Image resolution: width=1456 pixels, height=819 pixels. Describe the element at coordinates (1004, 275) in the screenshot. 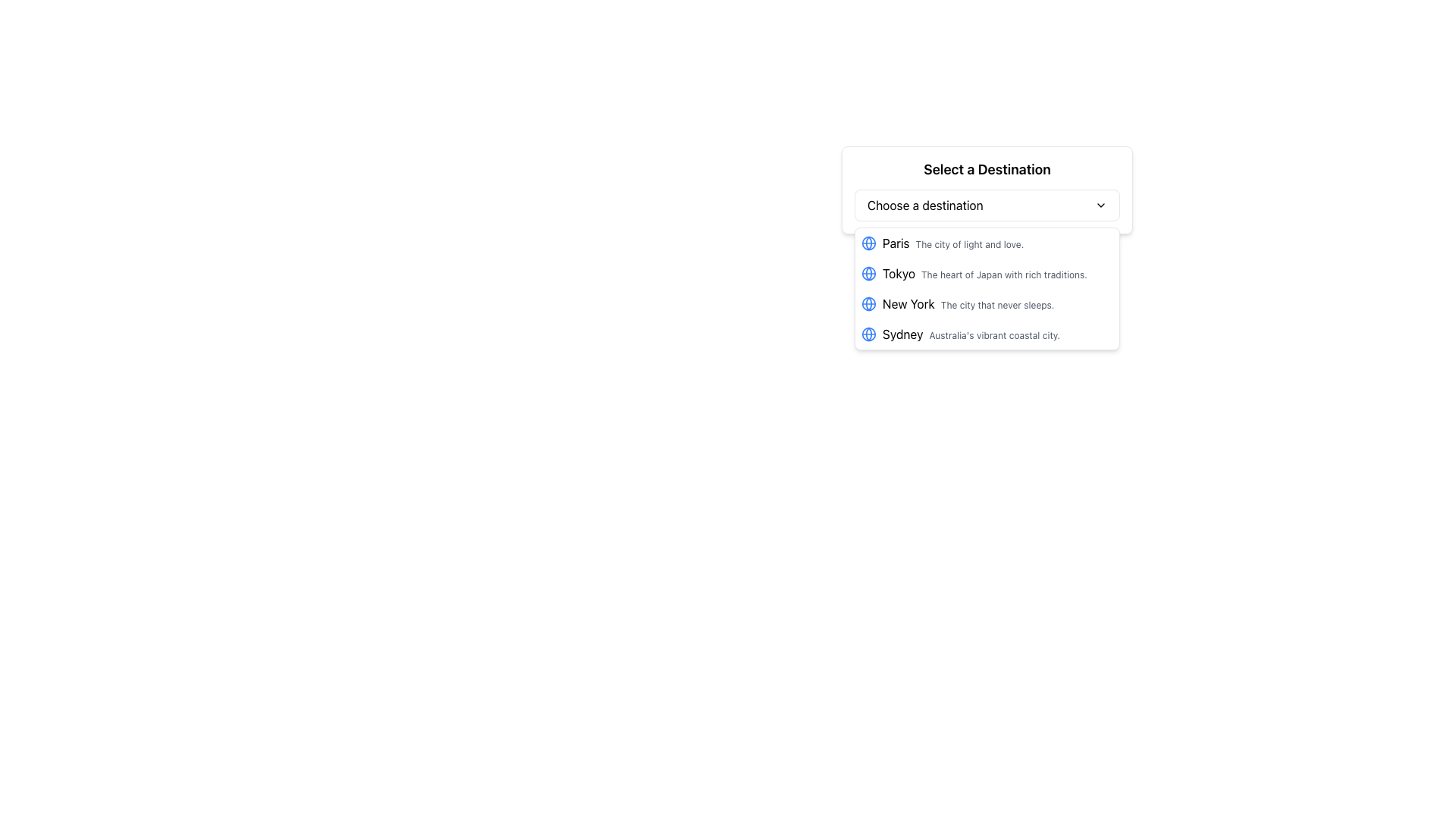

I see `the descriptive text element located in the dropdown list under the 'Tokyo' destination, immediately below the title 'Tokyo.'` at that location.